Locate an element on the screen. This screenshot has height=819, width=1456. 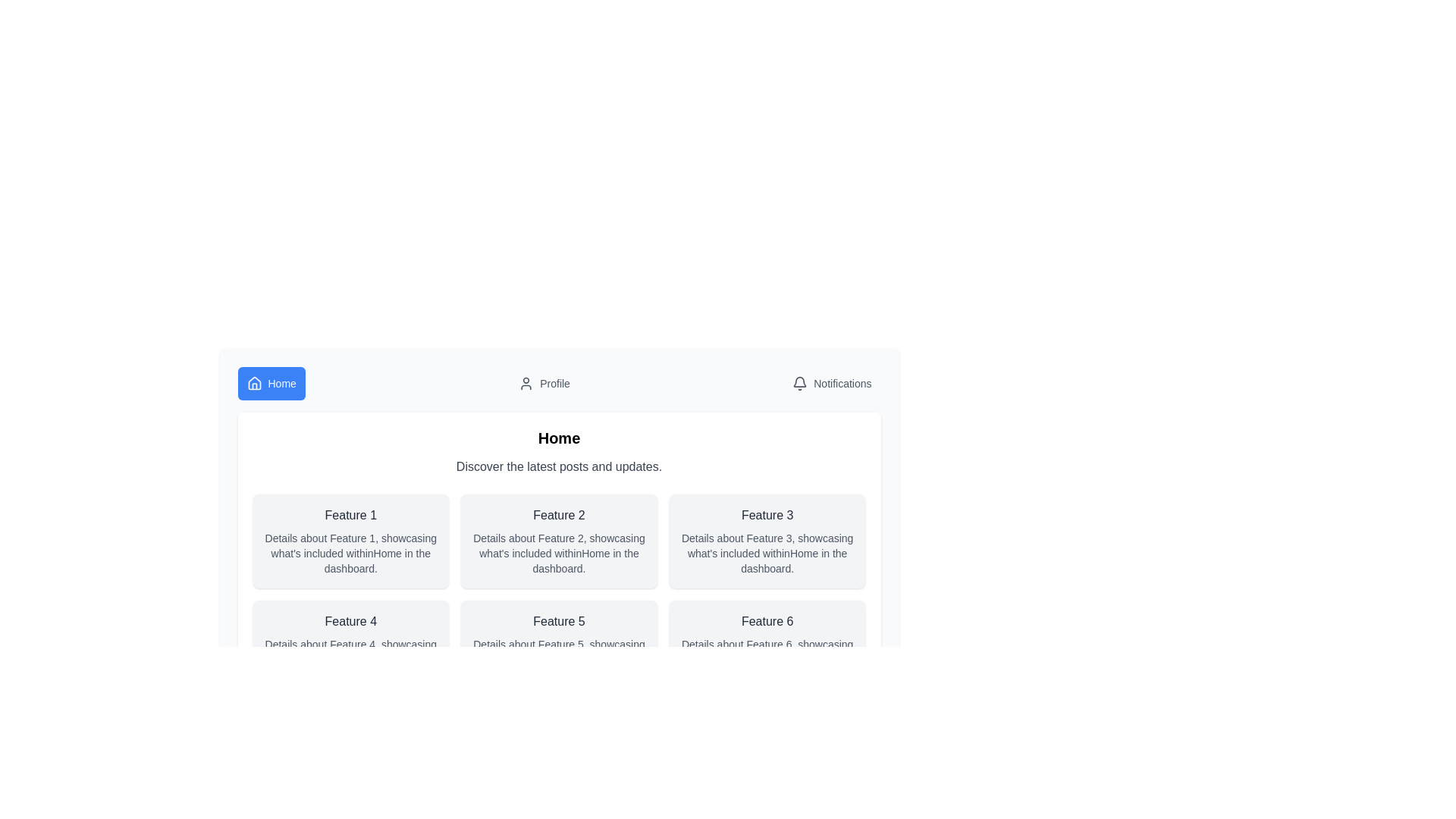
the 'Feature 3' static label text is located at coordinates (767, 514).